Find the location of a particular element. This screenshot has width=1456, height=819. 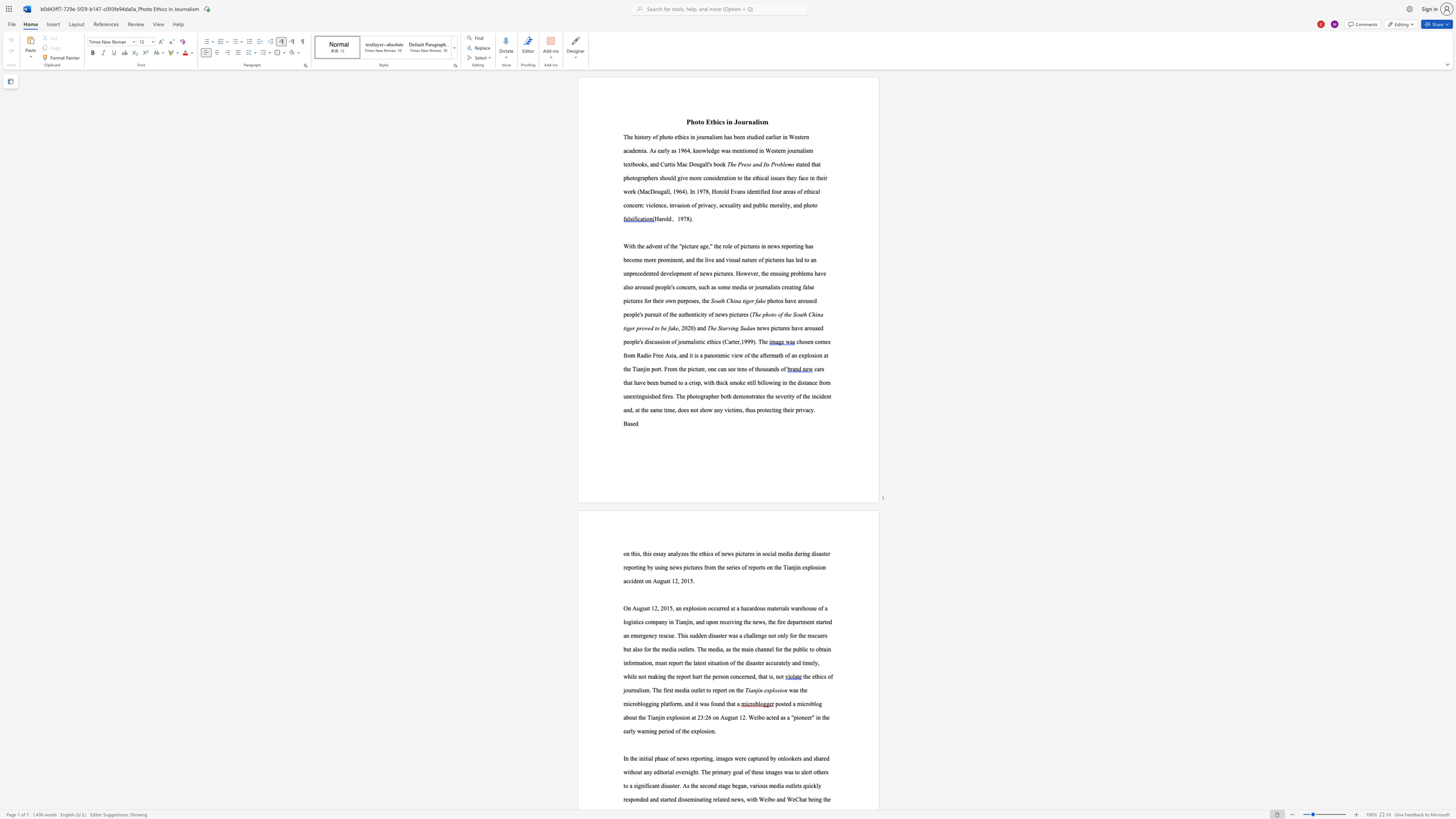

the 1th character "," in the text is located at coordinates (701, 383).